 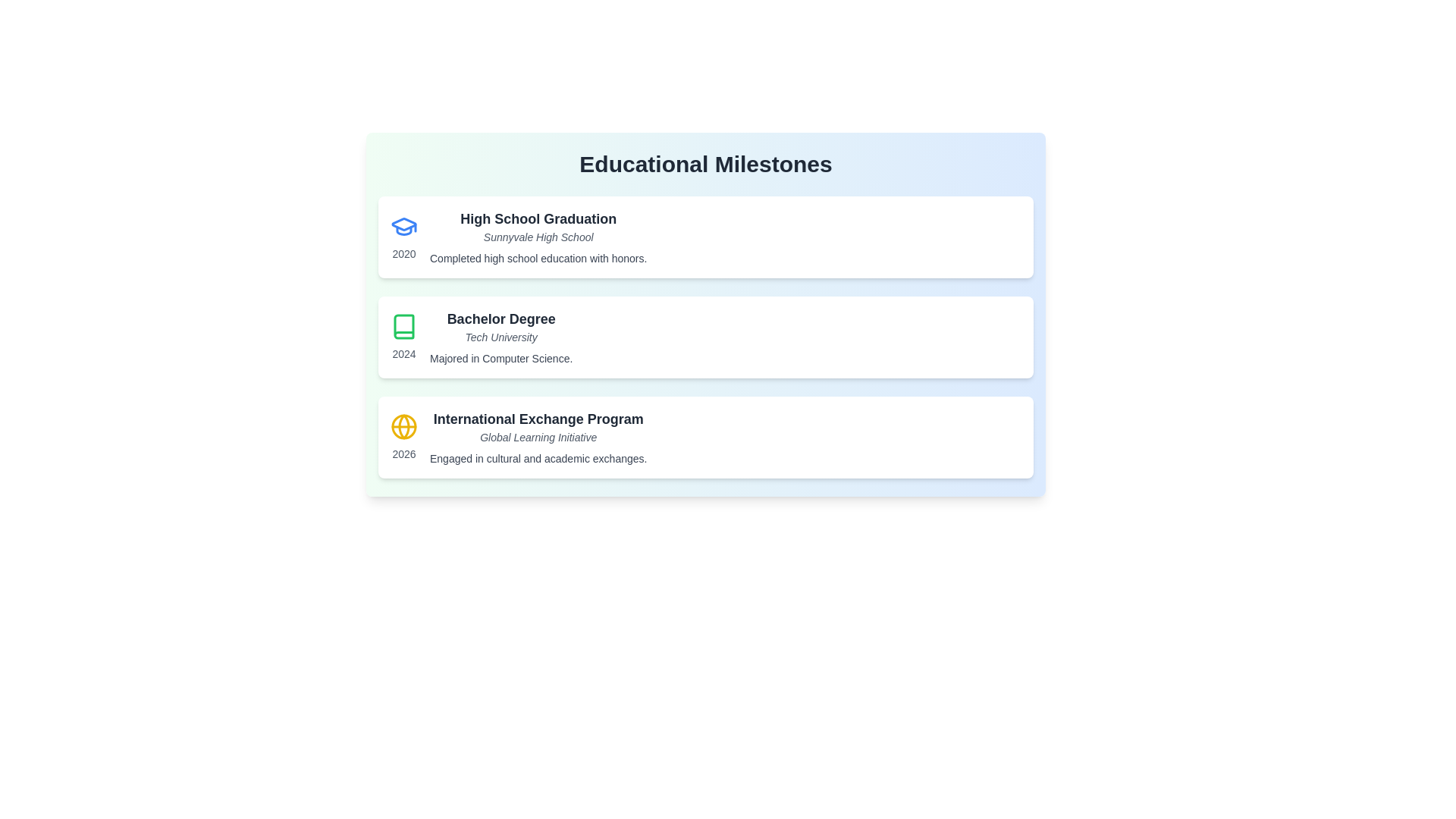 I want to click on the circular globe icon styled in yellow, located within the '2026' educational milestone box, above the text '2026' and aligned to the left of the main description, so click(x=403, y=427).